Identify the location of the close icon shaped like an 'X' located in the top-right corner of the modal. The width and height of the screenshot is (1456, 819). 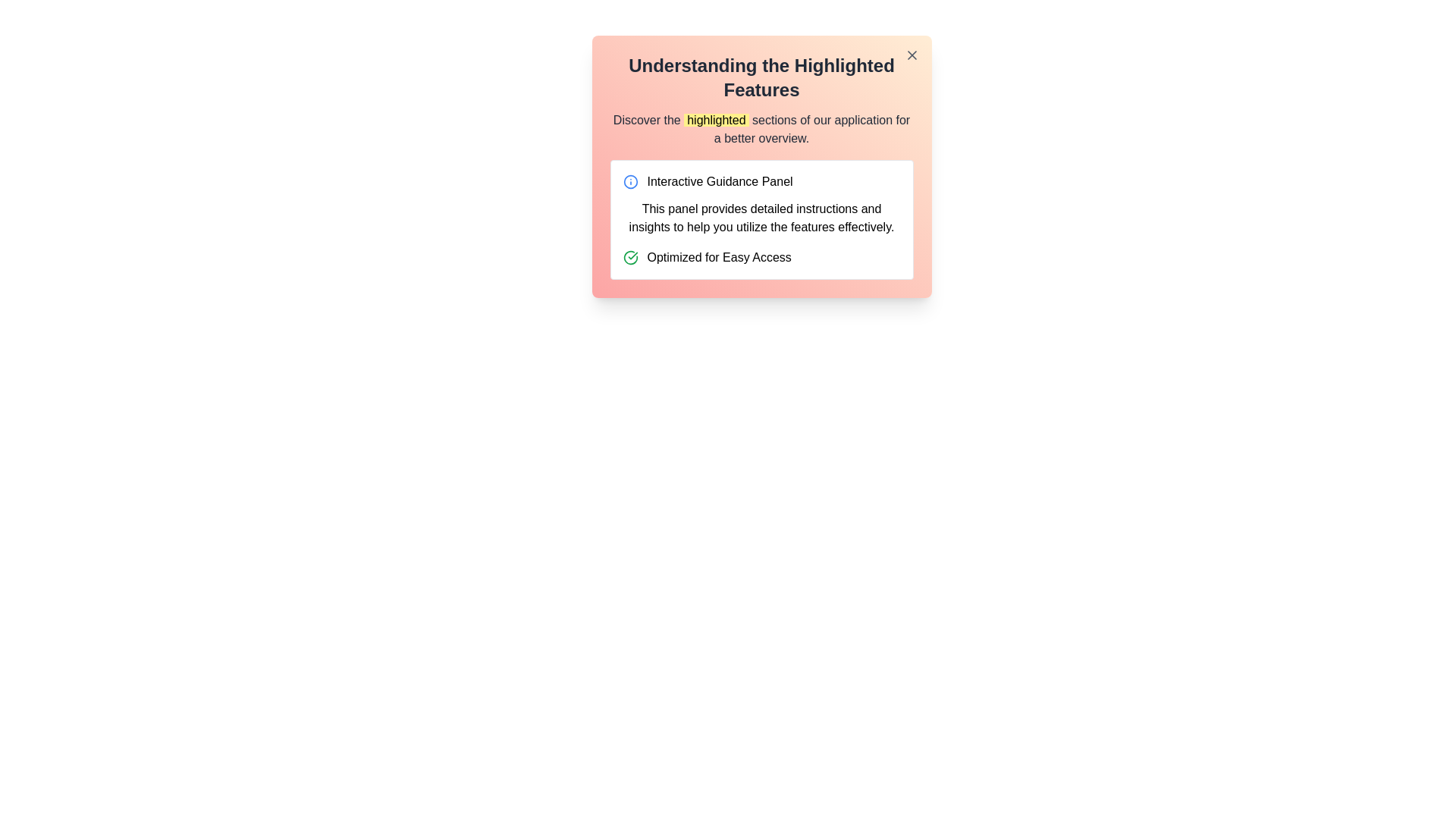
(911, 55).